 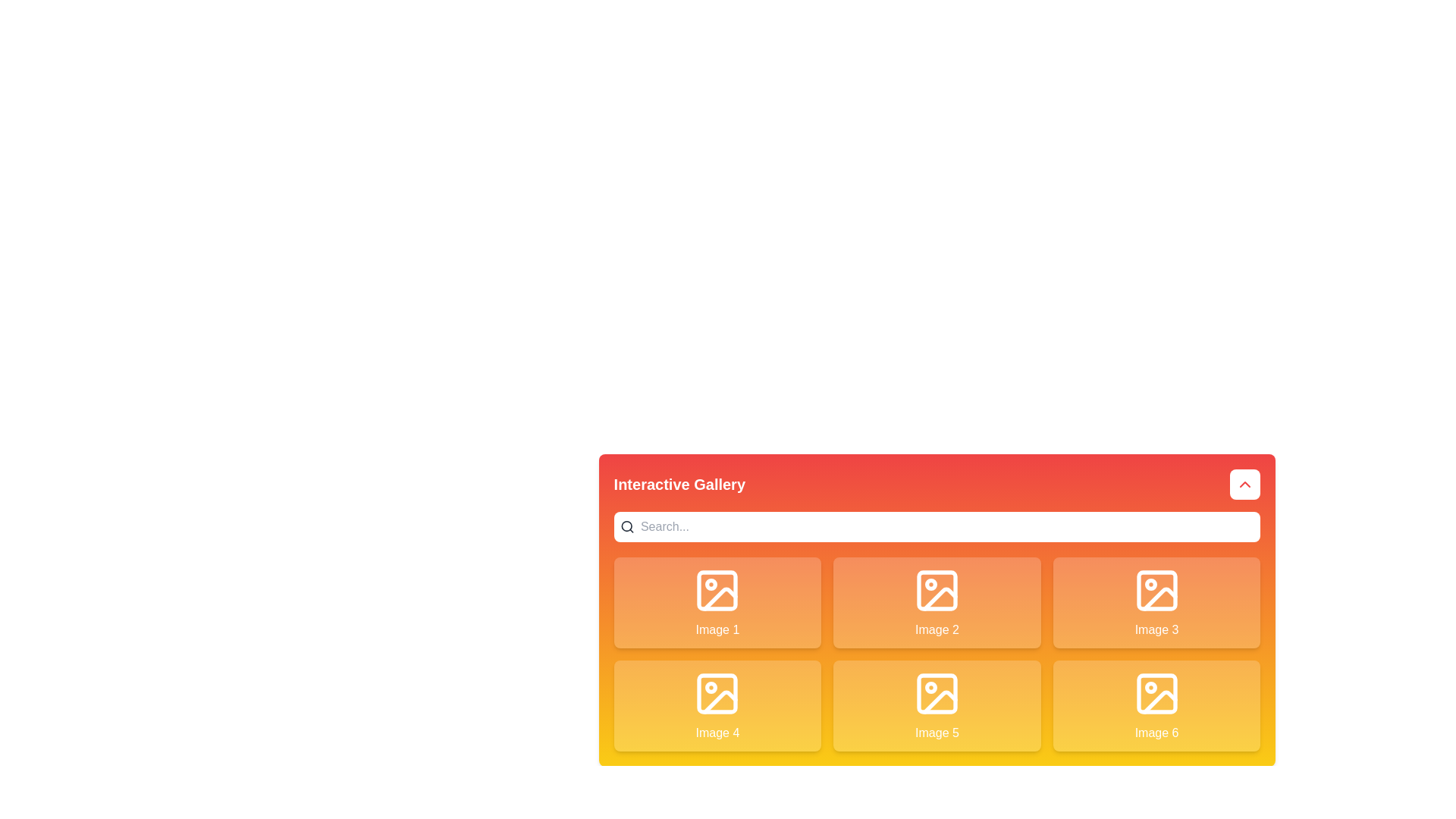 What do you see at coordinates (936, 485) in the screenshot?
I see `the header bar titled 'Interactive Gallery' with a red` at bounding box center [936, 485].